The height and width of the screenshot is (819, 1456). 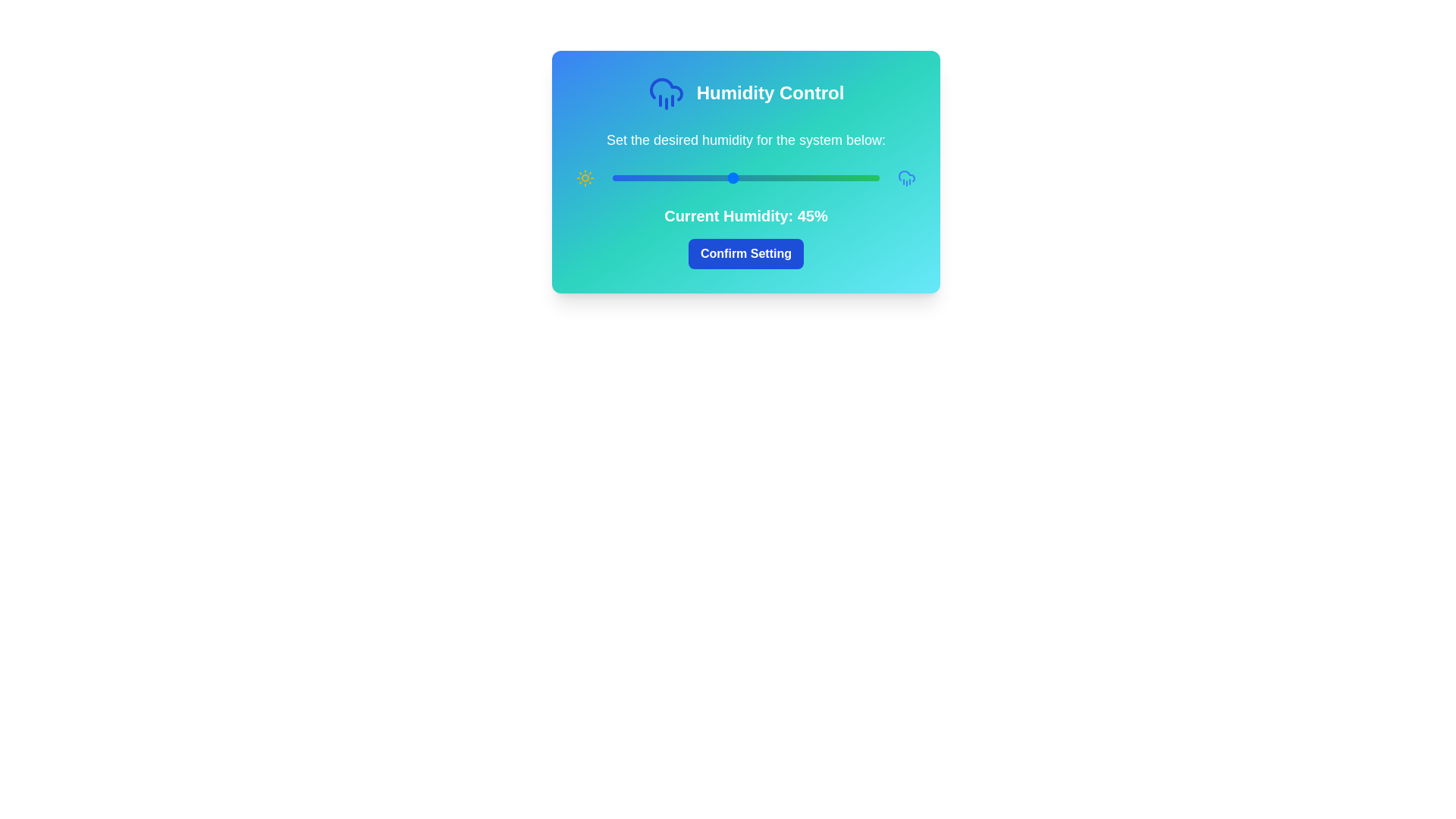 I want to click on the humidity slider to set the humidity level to 26%, so click(x=681, y=177).